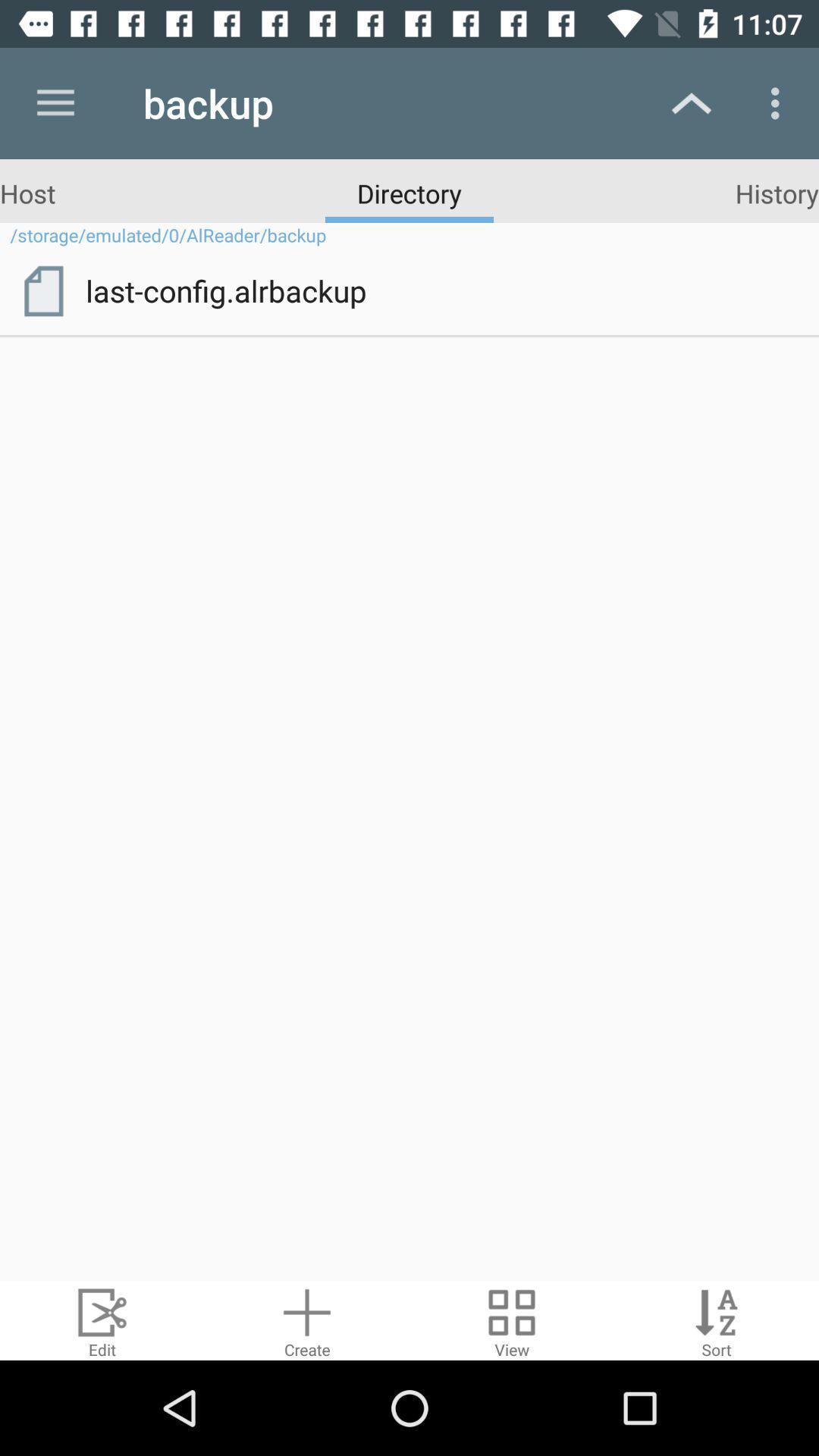  Describe the element at coordinates (512, 1319) in the screenshot. I see `view` at that location.